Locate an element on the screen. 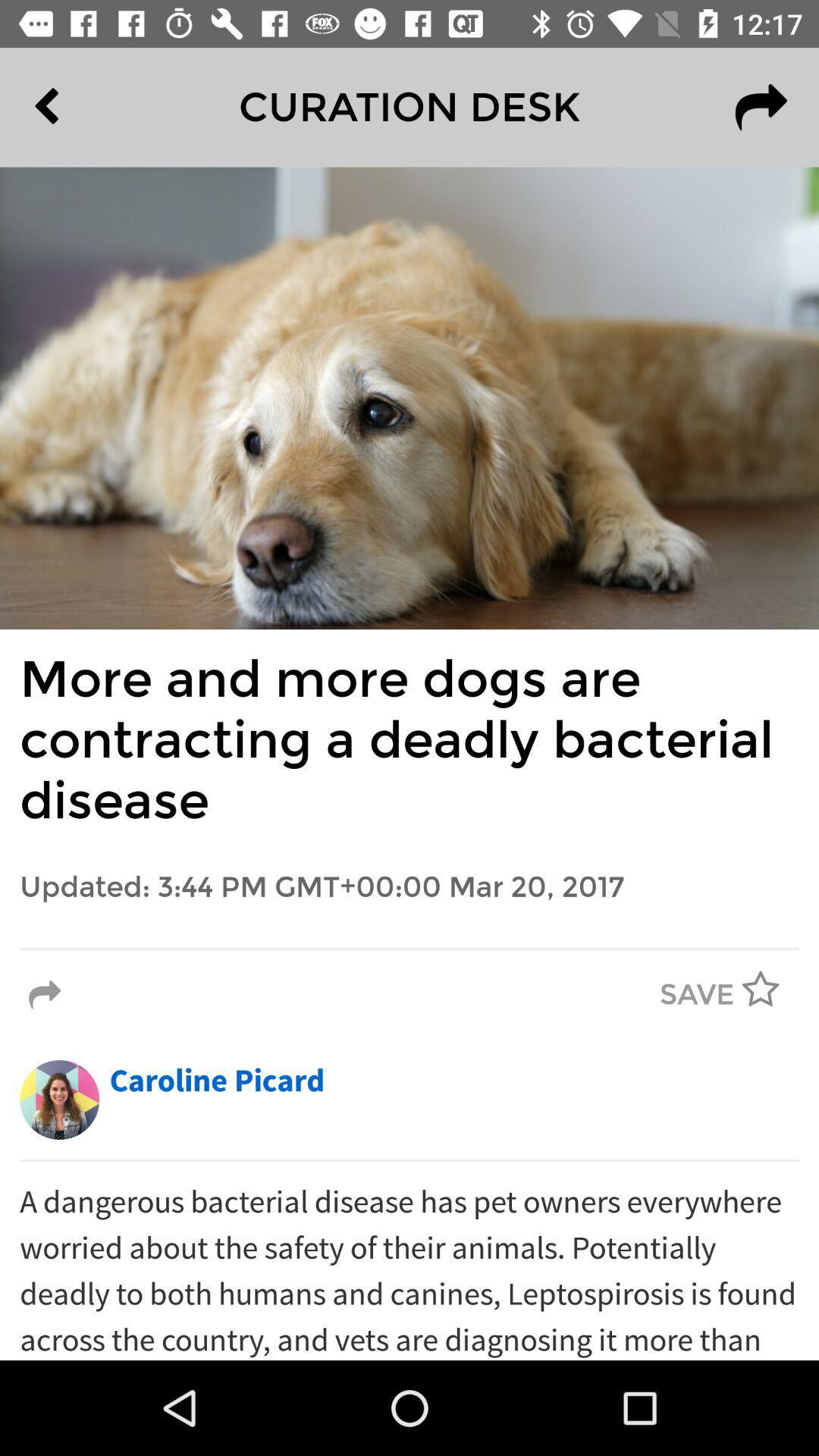 Image resolution: width=819 pixels, height=1456 pixels. icon at the top right corner is located at coordinates (761, 106).